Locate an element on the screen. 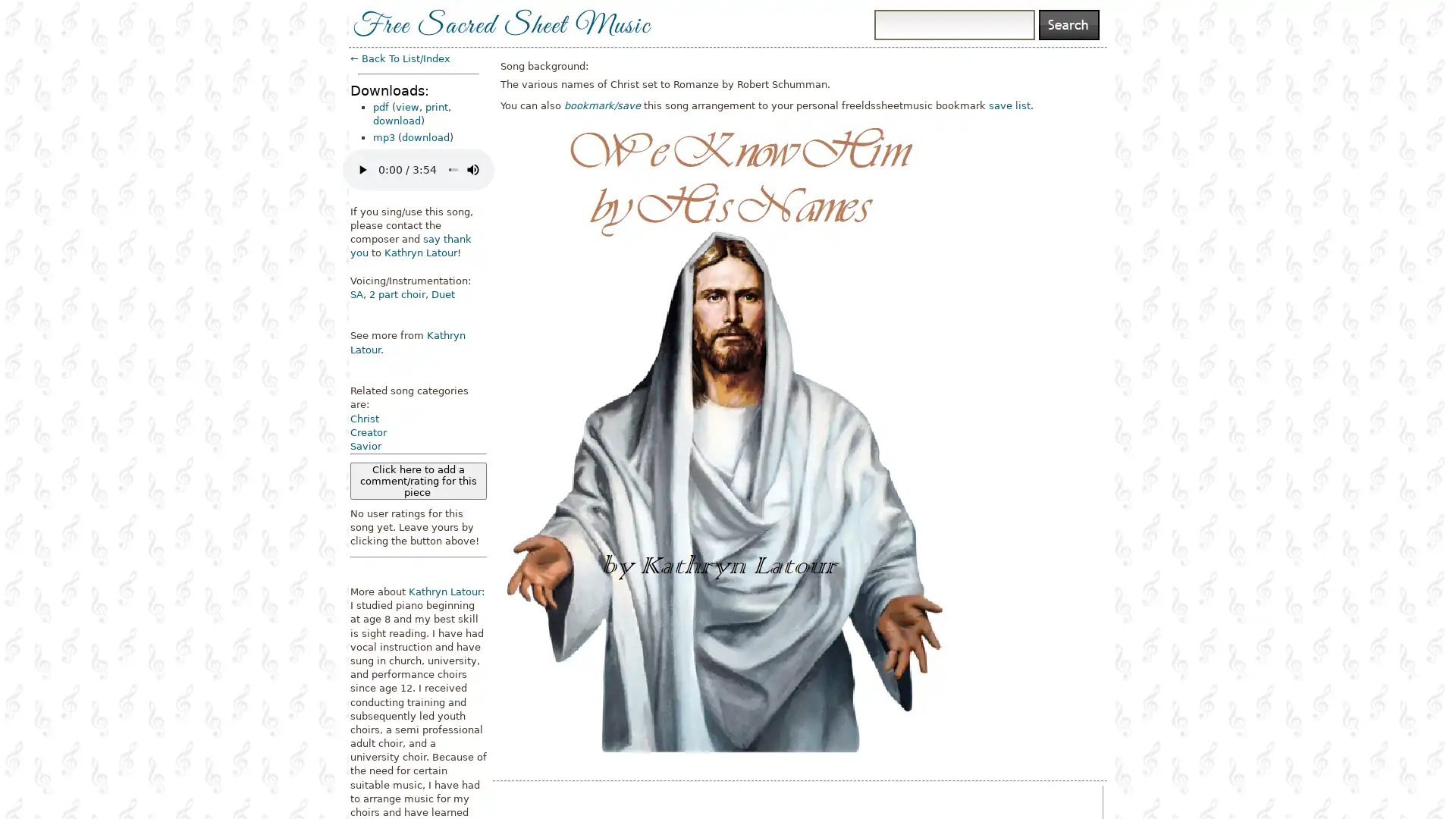 This screenshot has height=819, width=1456. show more media controls is located at coordinates (497, 169).